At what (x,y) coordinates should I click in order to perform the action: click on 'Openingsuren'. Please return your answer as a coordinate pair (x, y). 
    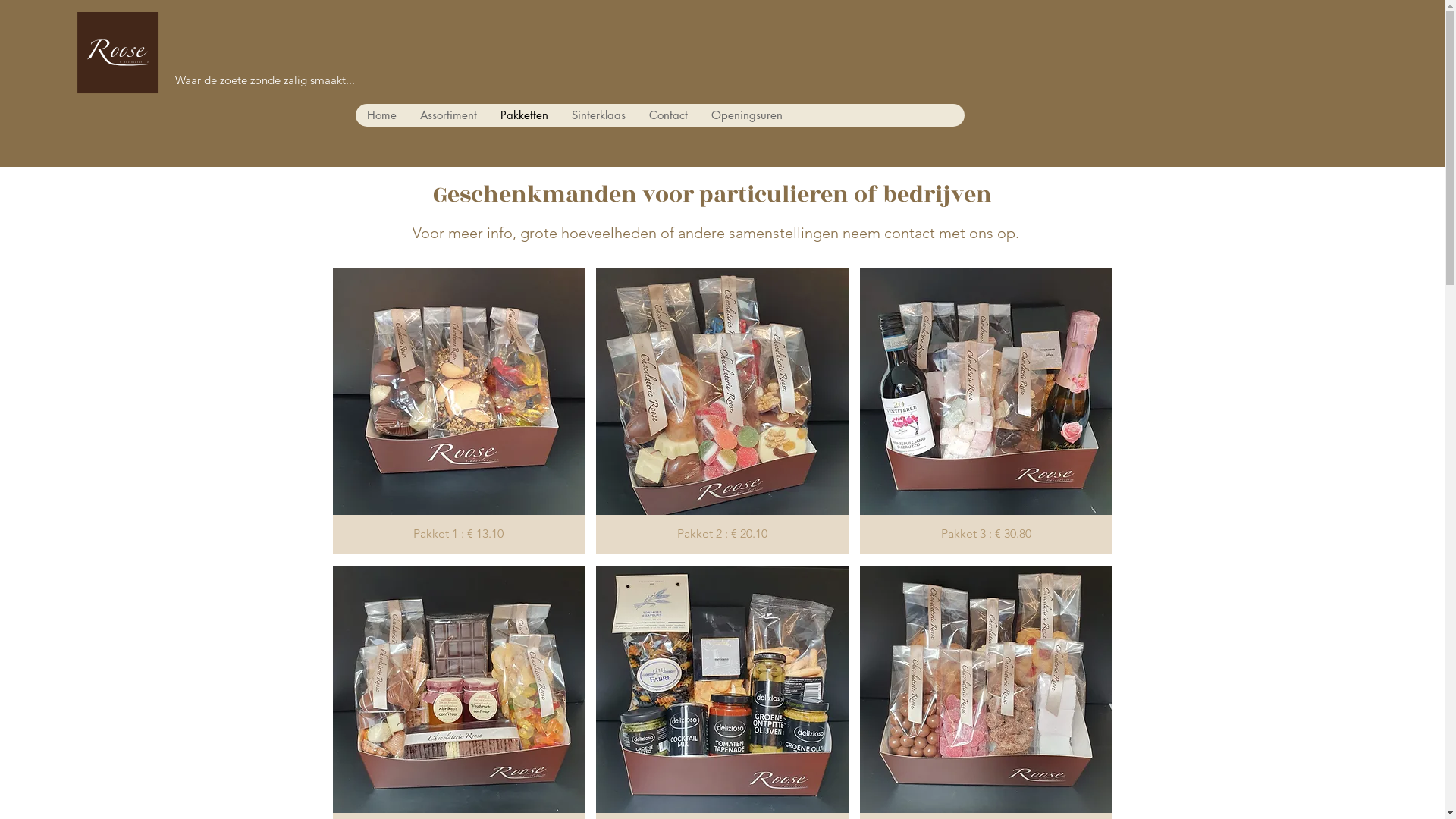
    Looking at the image, I should click on (746, 114).